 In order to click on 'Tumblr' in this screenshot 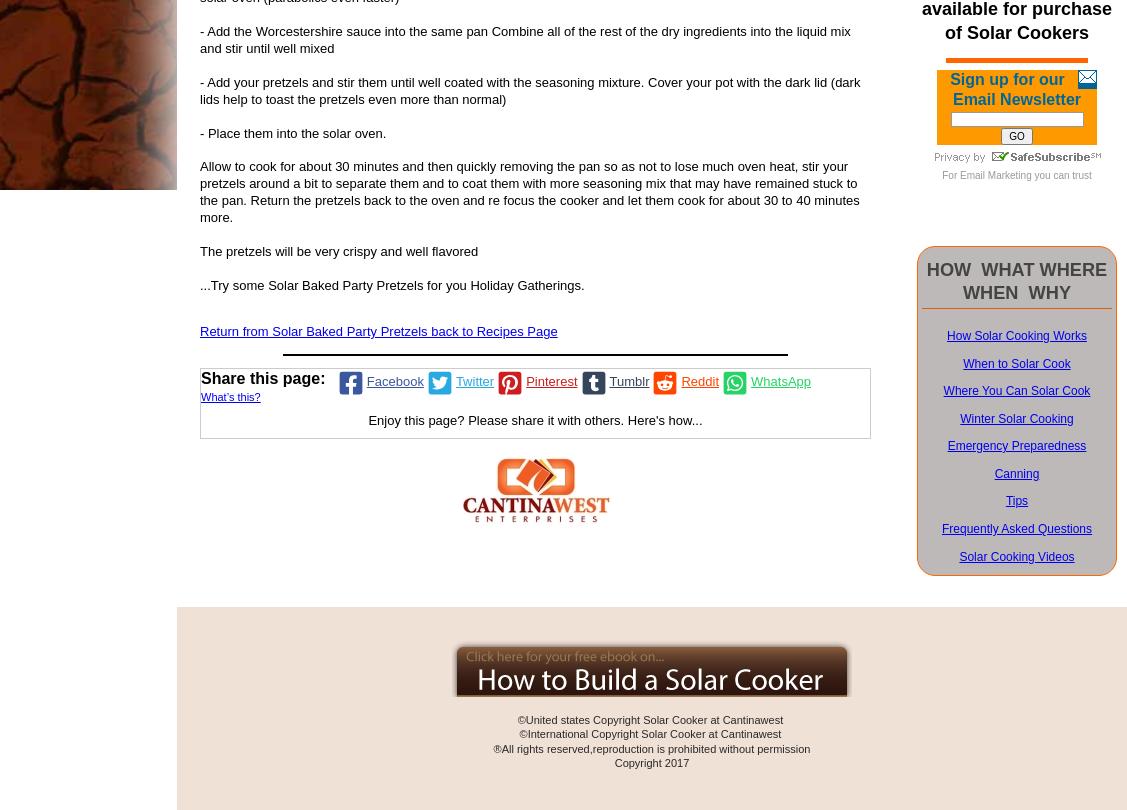, I will do `click(628, 380)`.